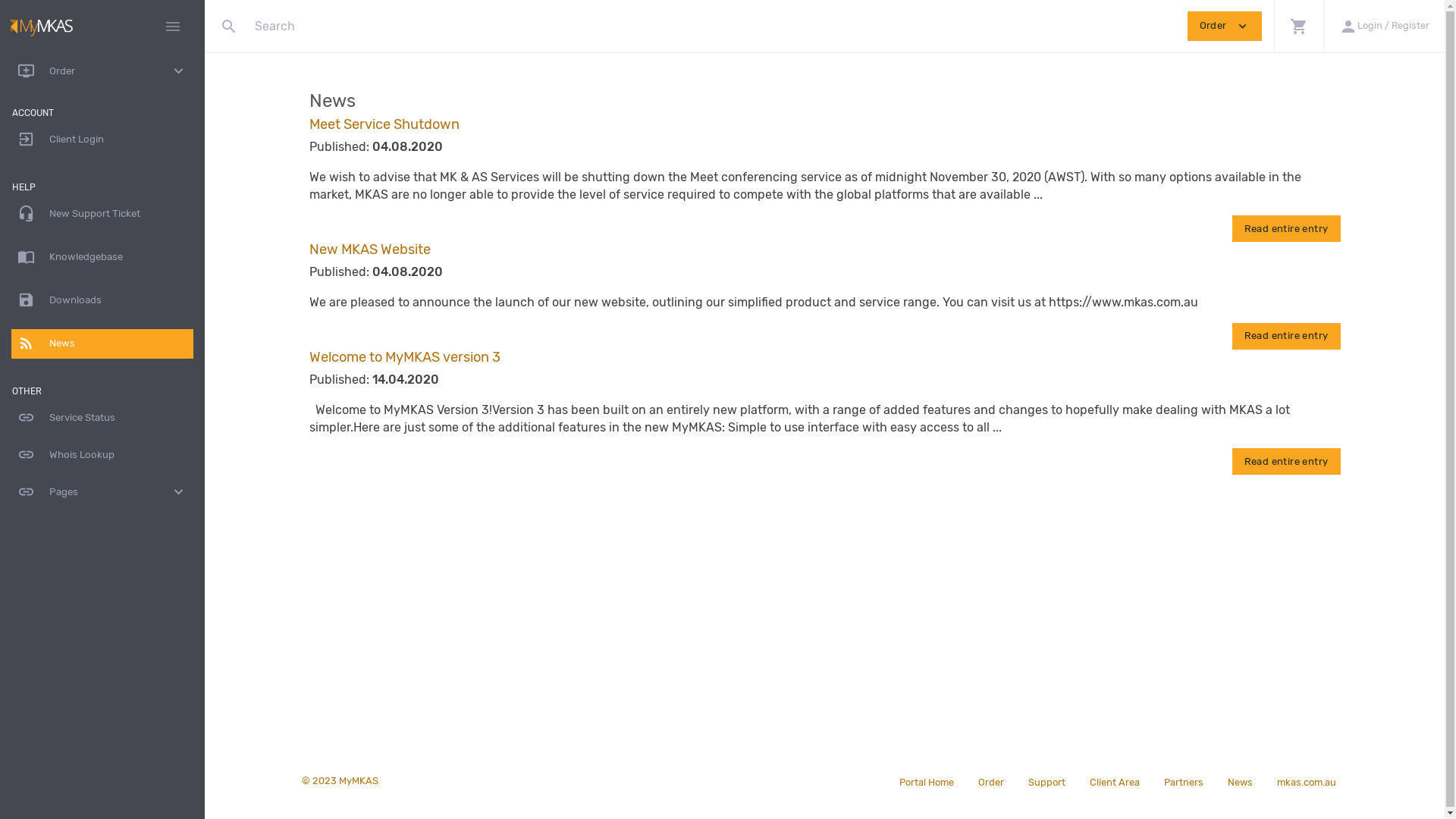 The width and height of the screenshot is (1456, 819). Describe the element at coordinates (404, 356) in the screenshot. I see `'Welcome to MyMKAS version 3'` at that location.